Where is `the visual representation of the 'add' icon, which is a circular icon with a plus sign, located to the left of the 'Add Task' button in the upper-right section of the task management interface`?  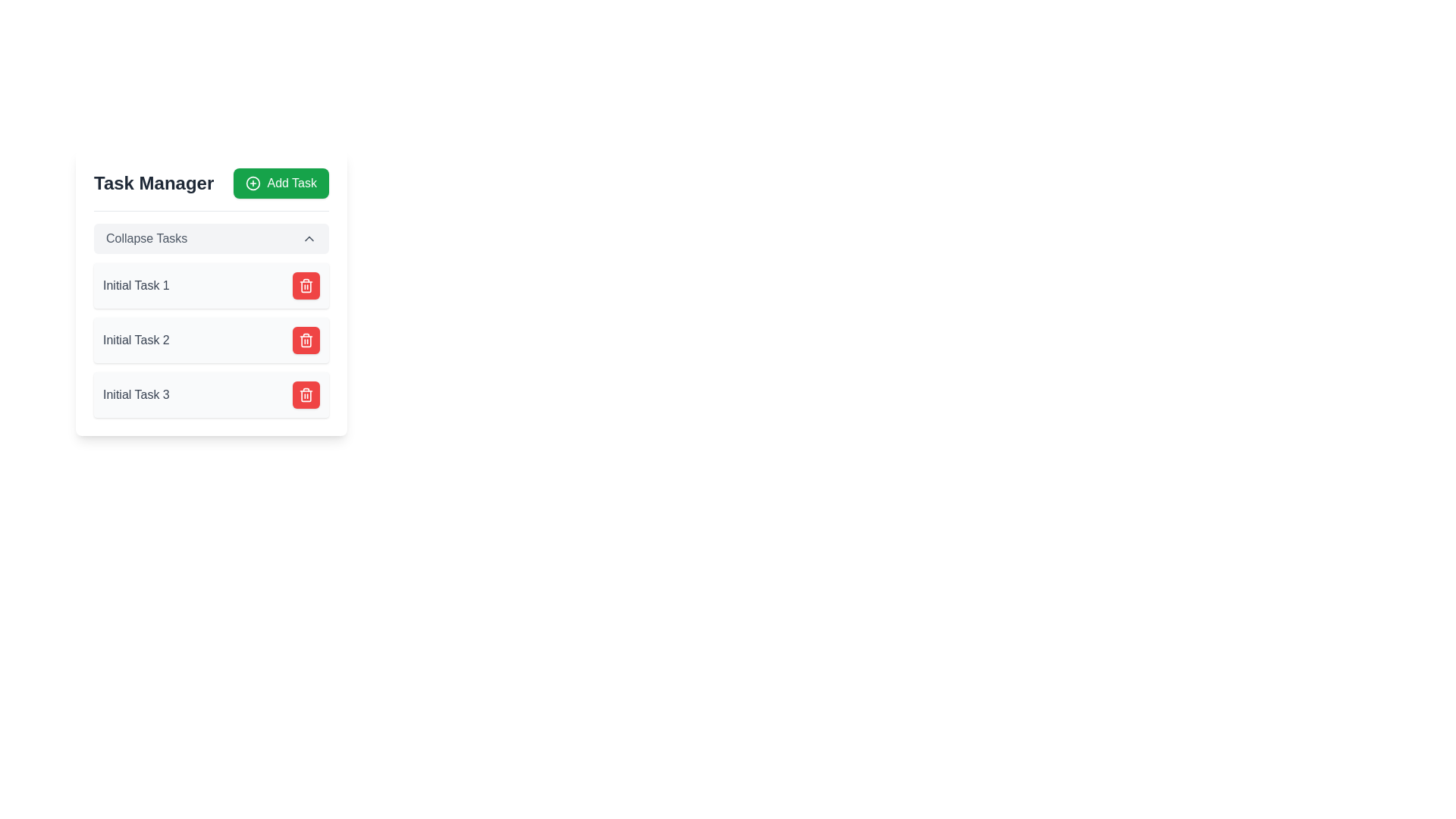
the visual representation of the 'add' icon, which is a circular icon with a plus sign, located to the left of the 'Add Task' button in the upper-right section of the task management interface is located at coordinates (253, 183).